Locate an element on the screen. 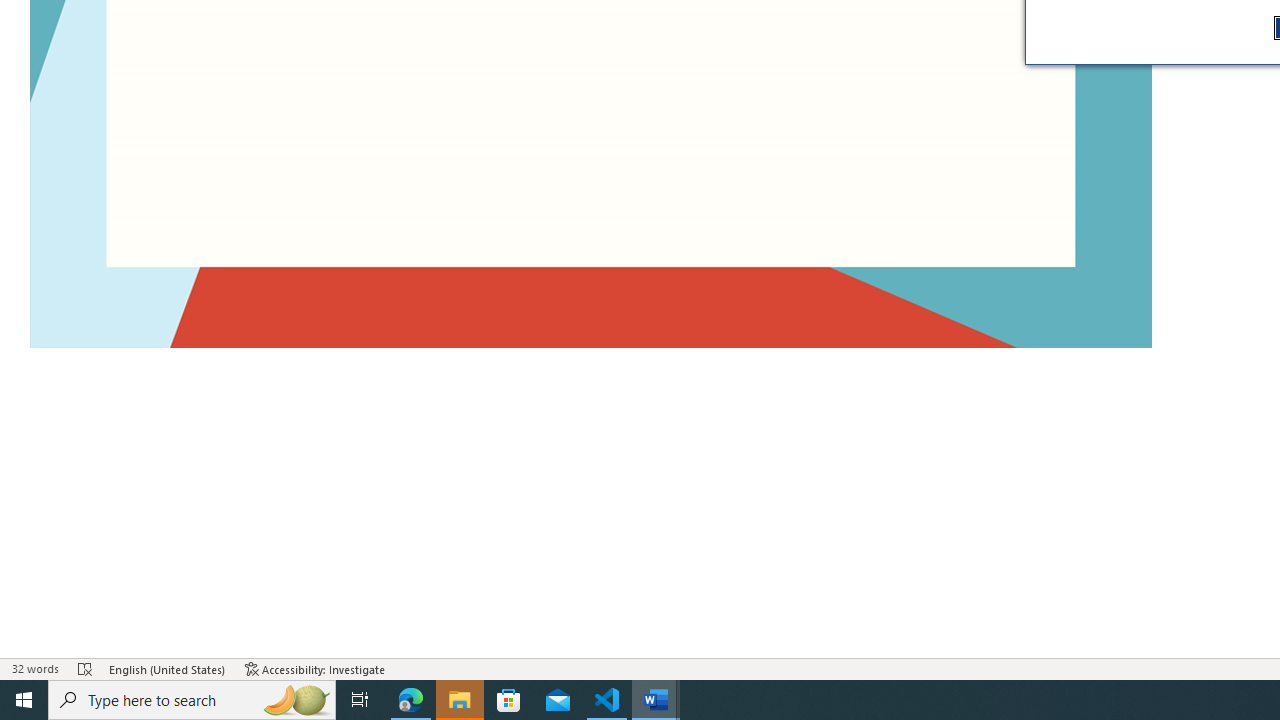  'Word - 2 running windows' is located at coordinates (656, 698).